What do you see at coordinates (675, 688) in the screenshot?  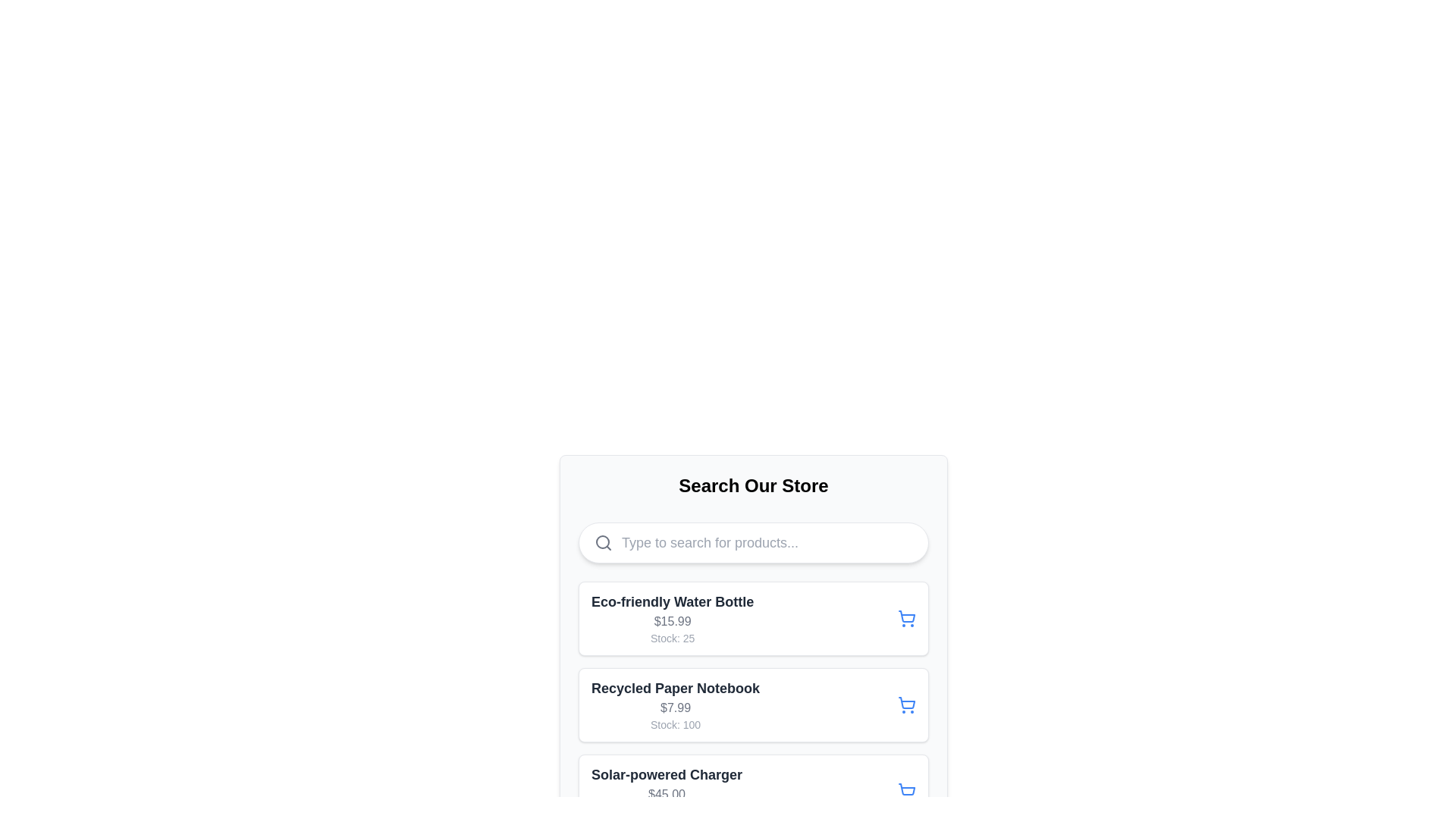 I see `the Text label that serves as the title or name of the product, located at the top of the product description block` at bounding box center [675, 688].